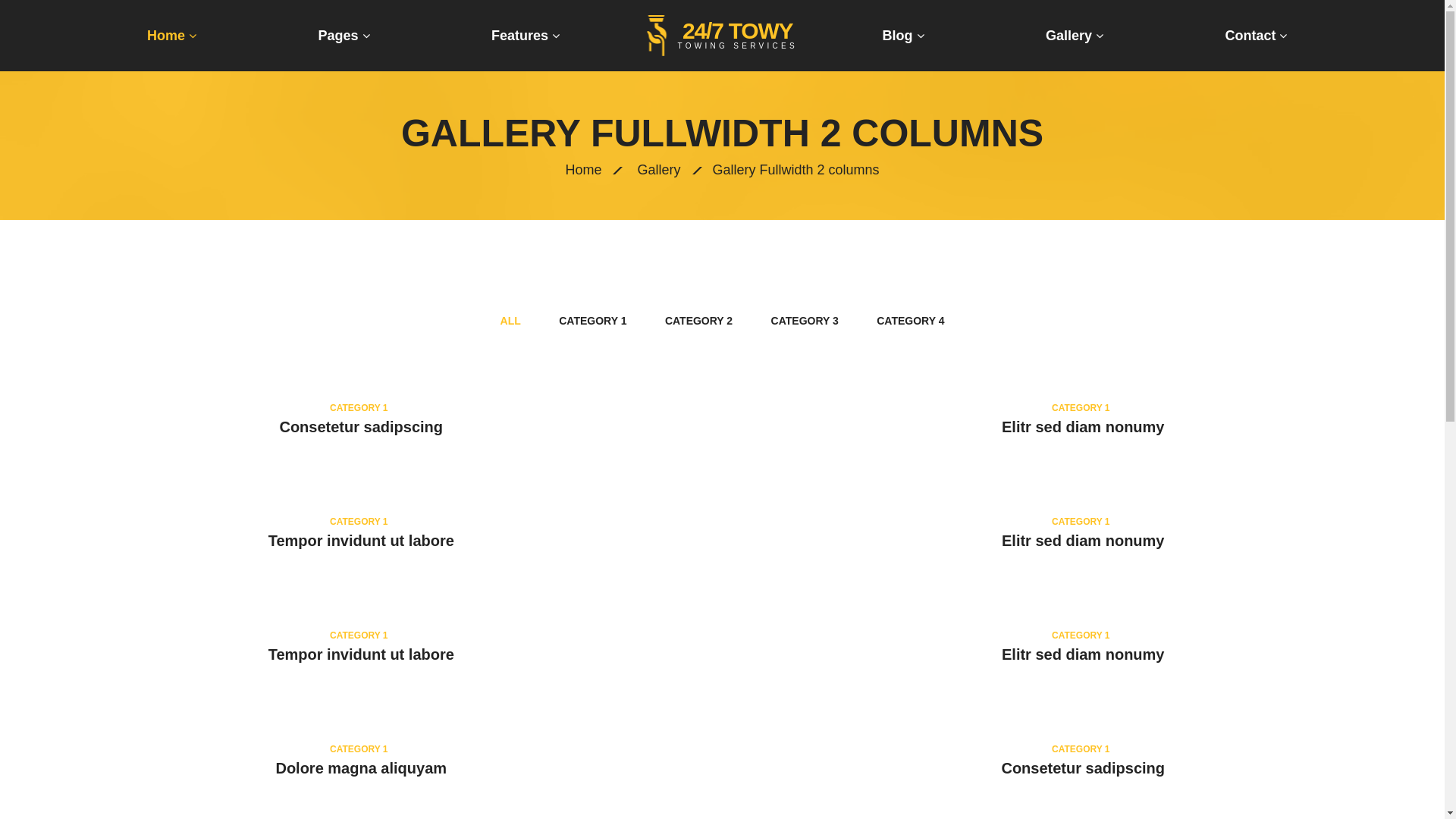  What do you see at coordinates (1256, 34) in the screenshot?
I see `'Contact'` at bounding box center [1256, 34].